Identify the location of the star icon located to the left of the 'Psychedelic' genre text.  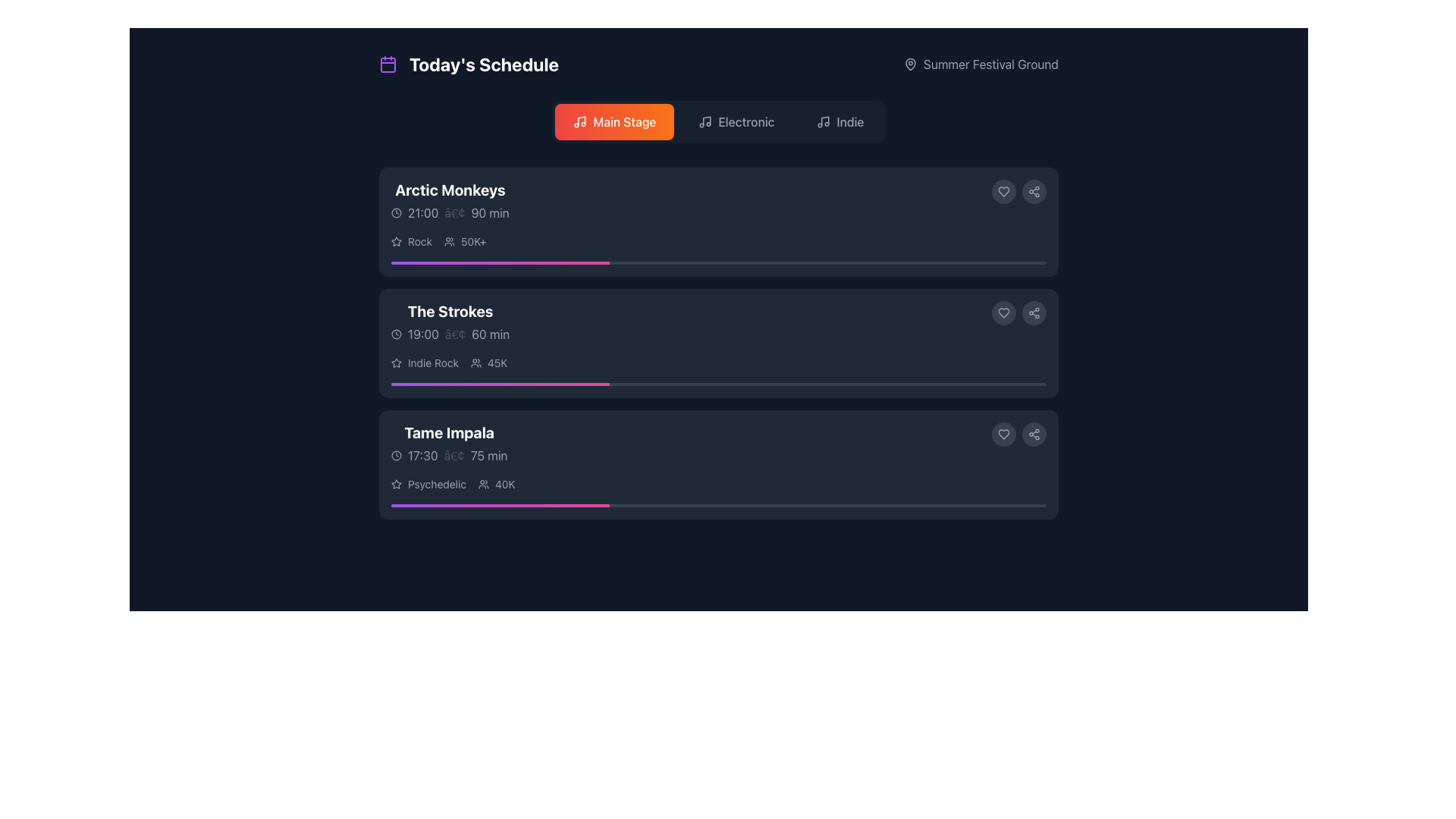
(397, 484).